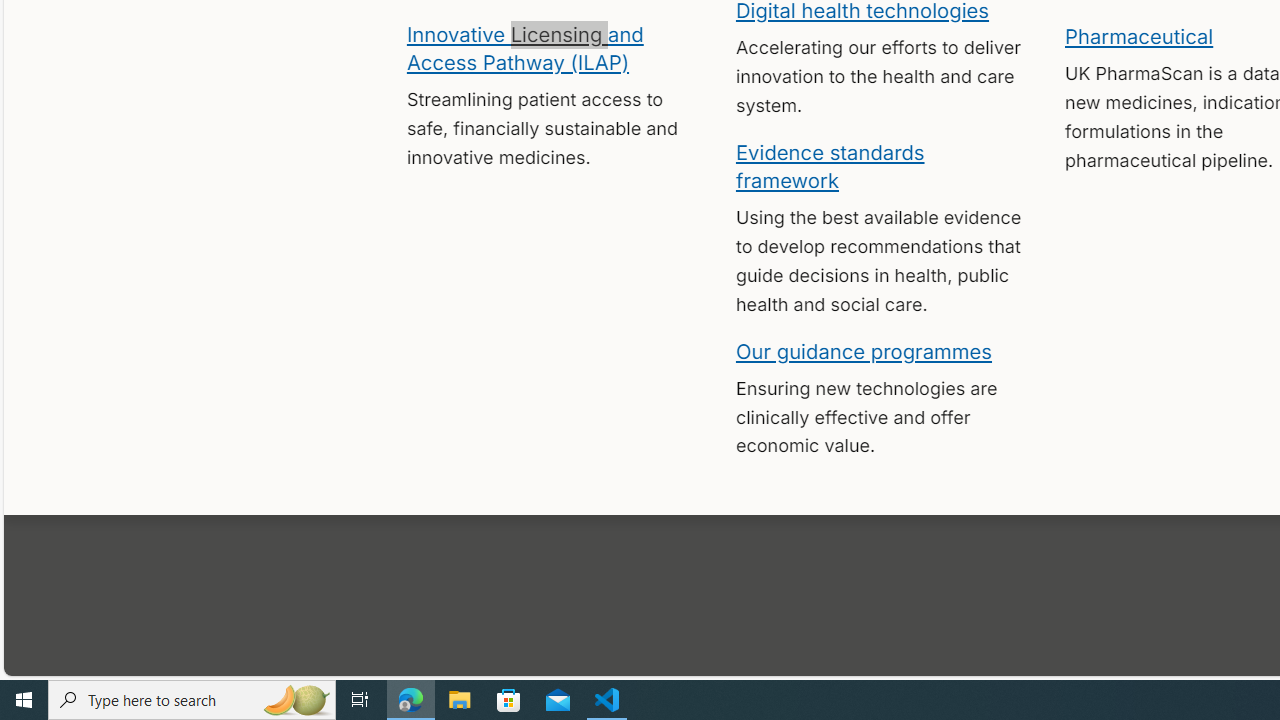 The height and width of the screenshot is (720, 1280). Describe the element at coordinates (524, 46) in the screenshot. I see `'Innovative Licensing and Access Pathway (ILAP)'` at that location.